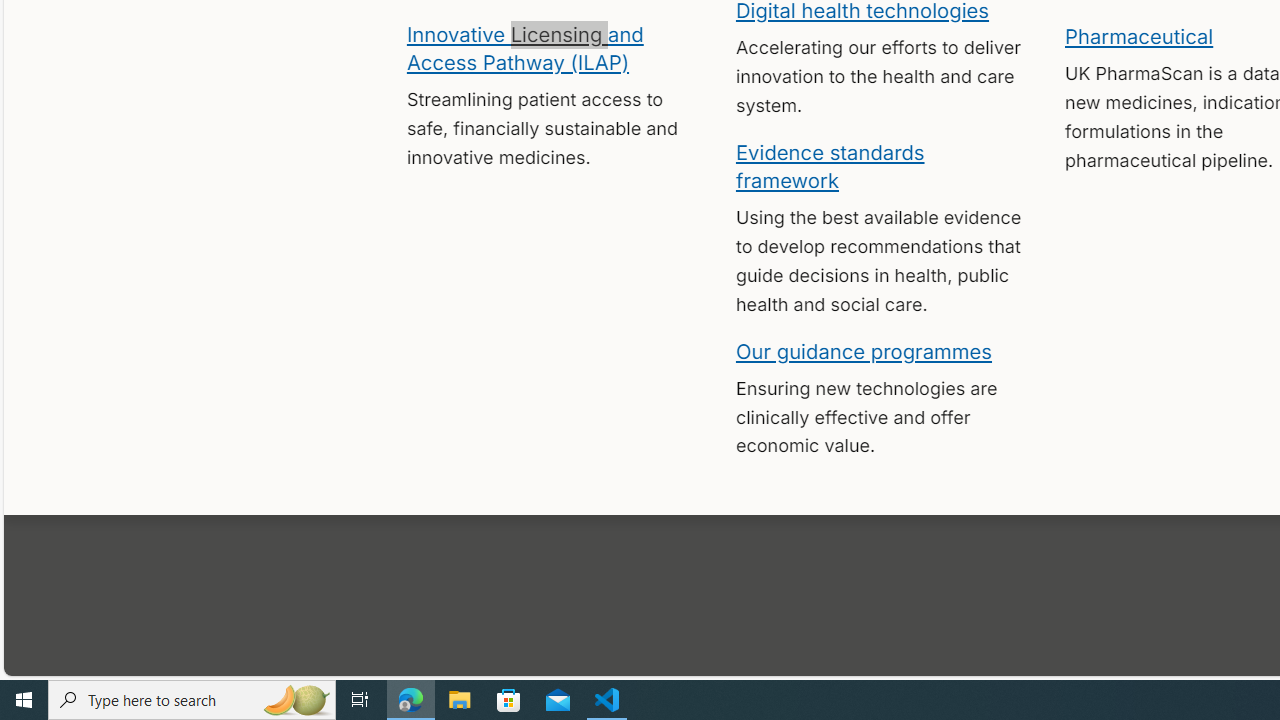 The height and width of the screenshot is (720, 1280). Describe the element at coordinates (524, 46) in the screenshot. I see `'Innovative Licensing and Access Pathway (ILAP)'` at that location.